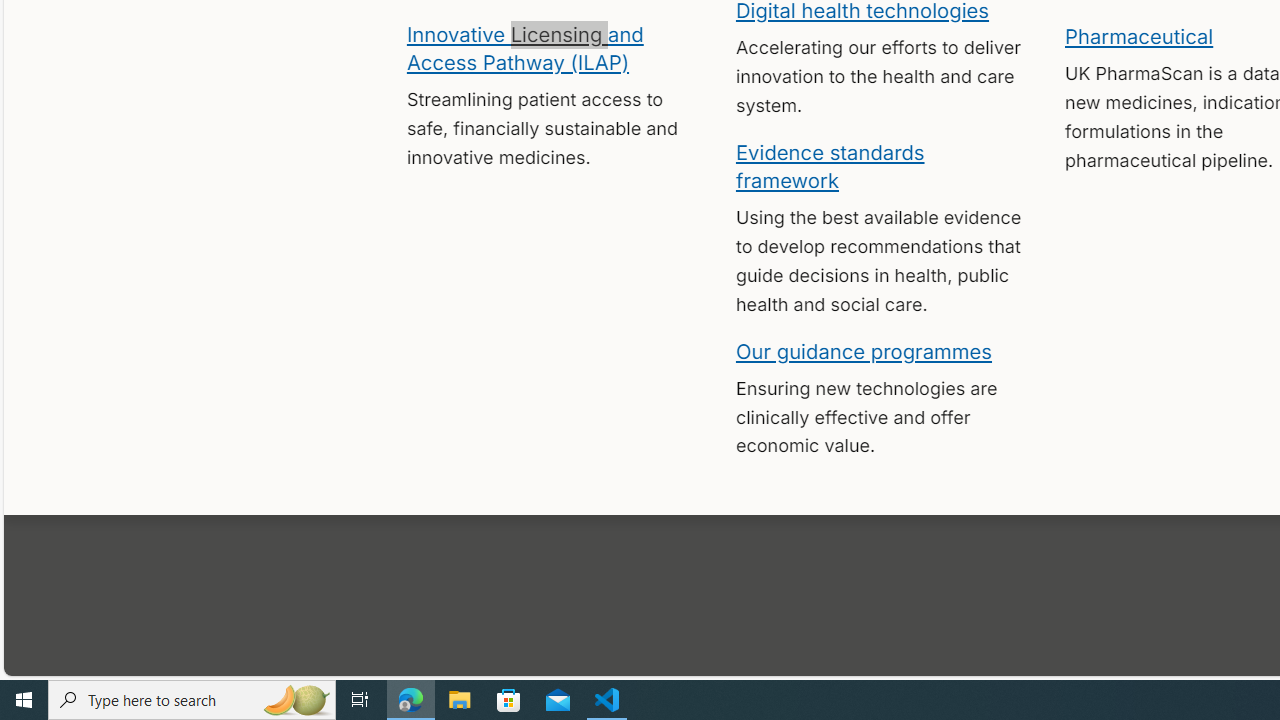 The height and width of the screenshot is (720, 1280). Describe the element at coordinates (524, 46) in the screenshot. I see `'Innovative Licensing and Access Pathway (ILAP)'` at that location.